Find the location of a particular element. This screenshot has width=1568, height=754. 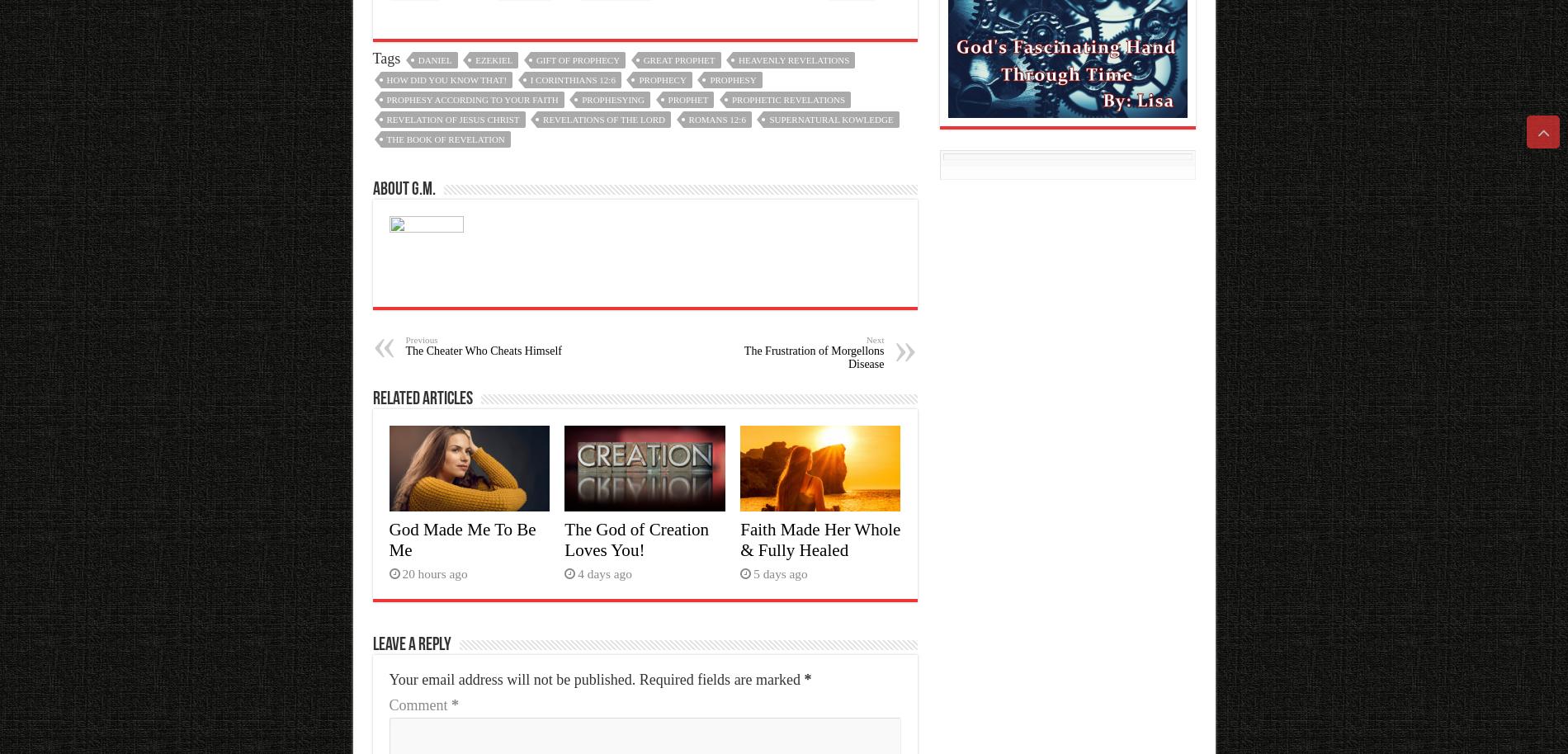

'Your email address will not be published.' is located at coordinates (512, 679).